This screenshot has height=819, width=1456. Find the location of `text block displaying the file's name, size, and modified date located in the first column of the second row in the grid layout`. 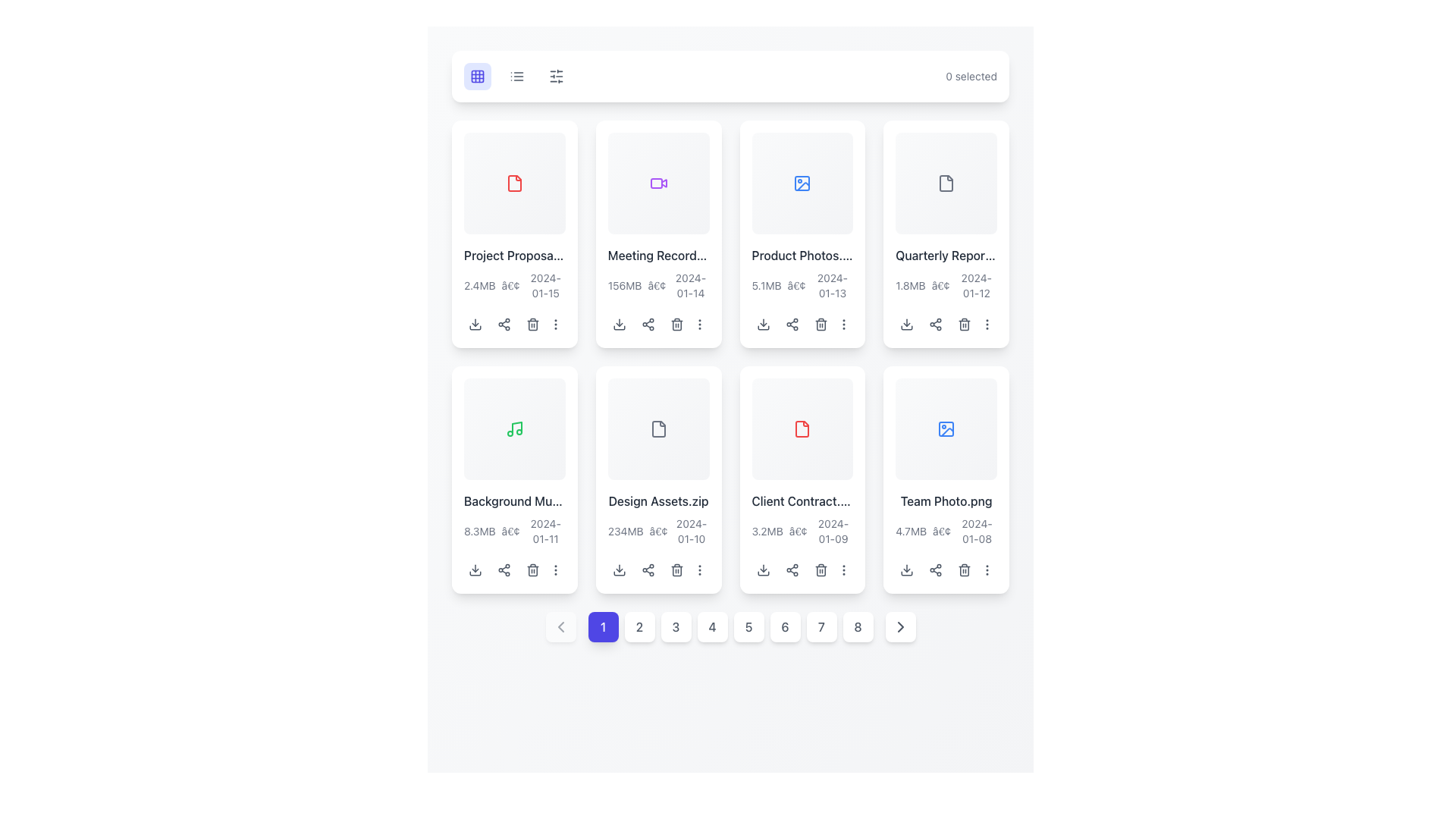

text block displaying the file's name, size, and modified date located in the first column of the second row in the grid layout is located at coordinates (514, 273).